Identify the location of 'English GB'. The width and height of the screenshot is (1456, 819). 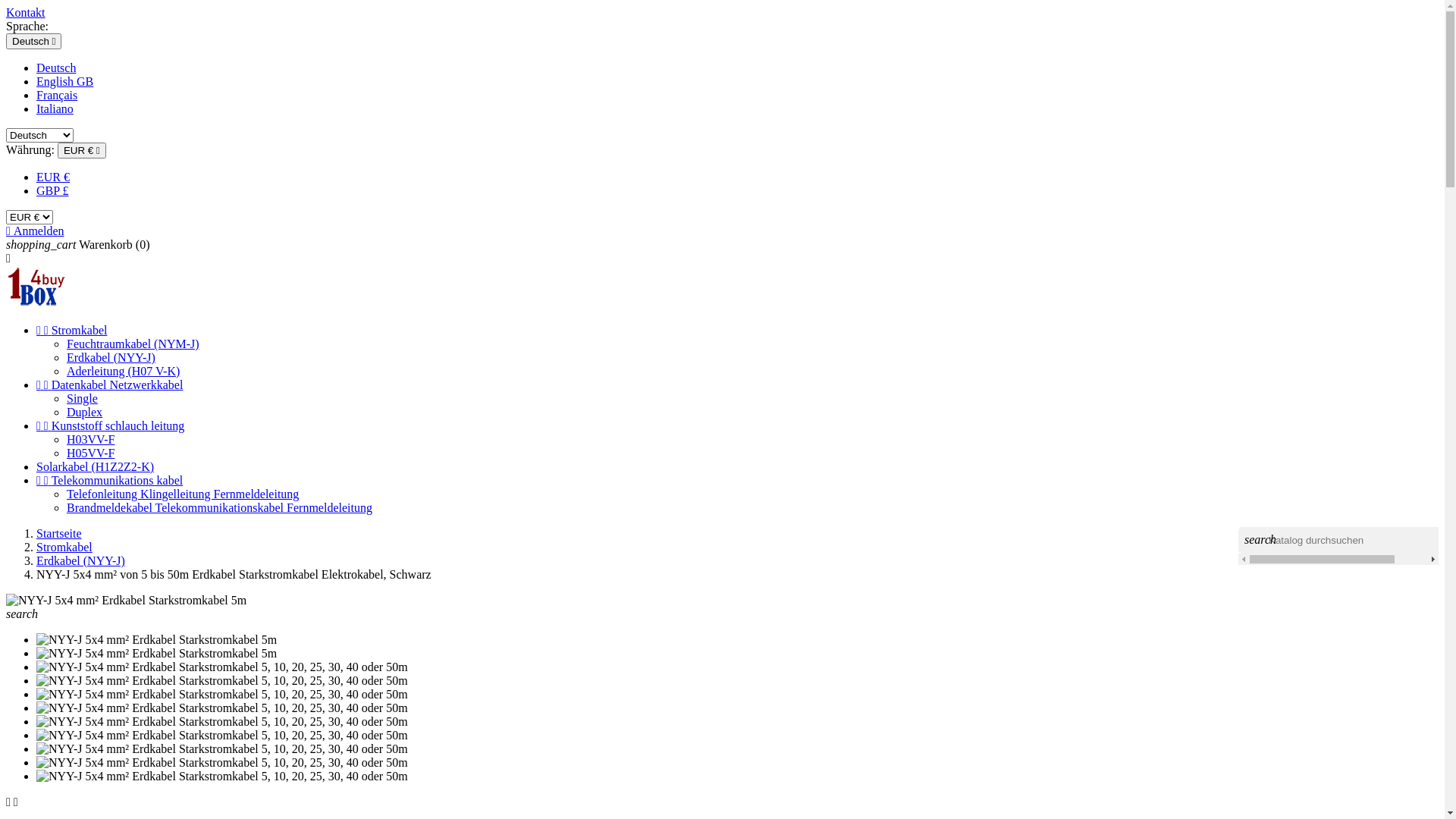
(36, 81).